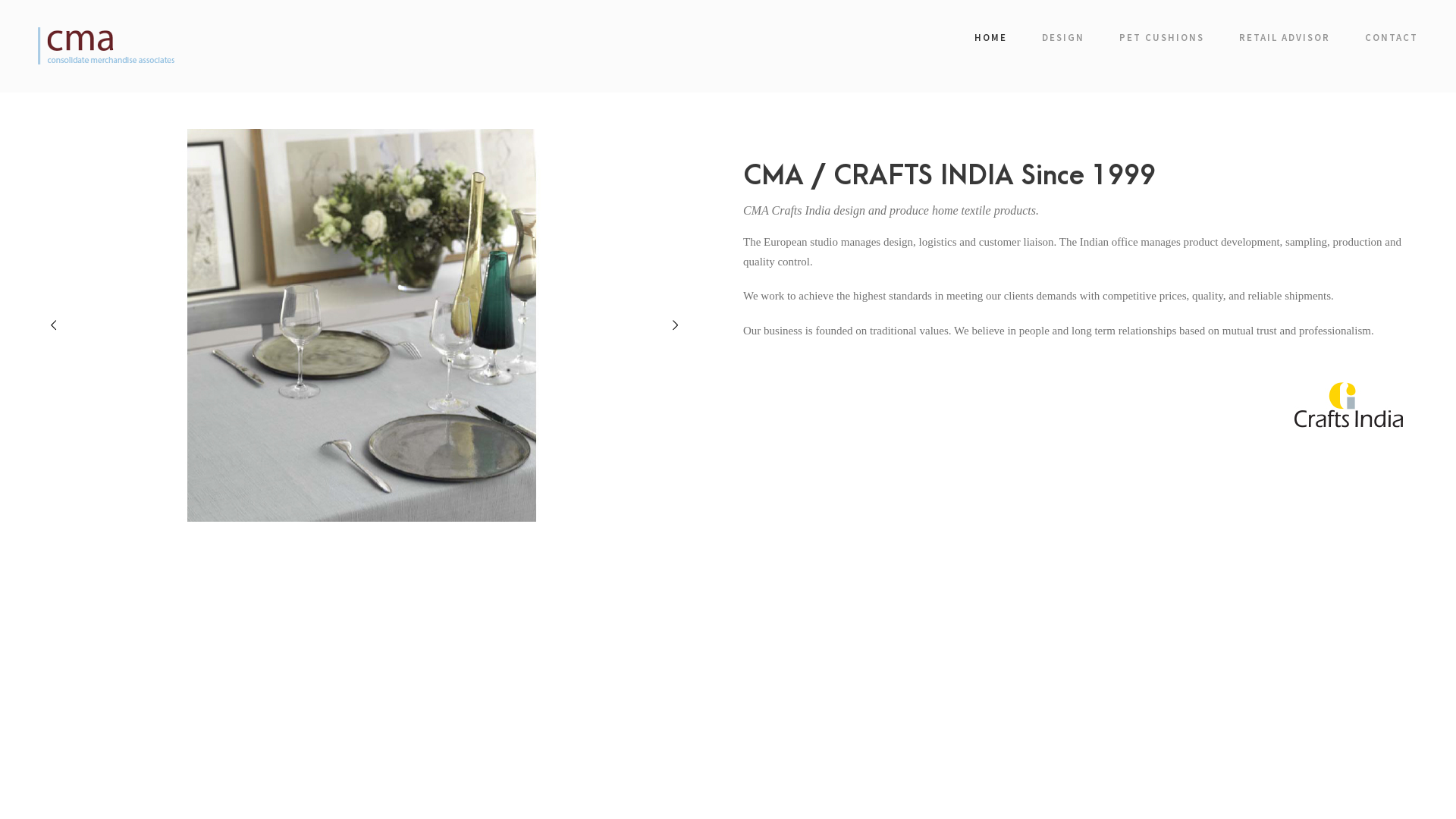 The width and height of the screenshot is (1456, 819). Describe the element at coordinates (1391, 40) in the screenshot. I see `'CONTACT'` at that location.